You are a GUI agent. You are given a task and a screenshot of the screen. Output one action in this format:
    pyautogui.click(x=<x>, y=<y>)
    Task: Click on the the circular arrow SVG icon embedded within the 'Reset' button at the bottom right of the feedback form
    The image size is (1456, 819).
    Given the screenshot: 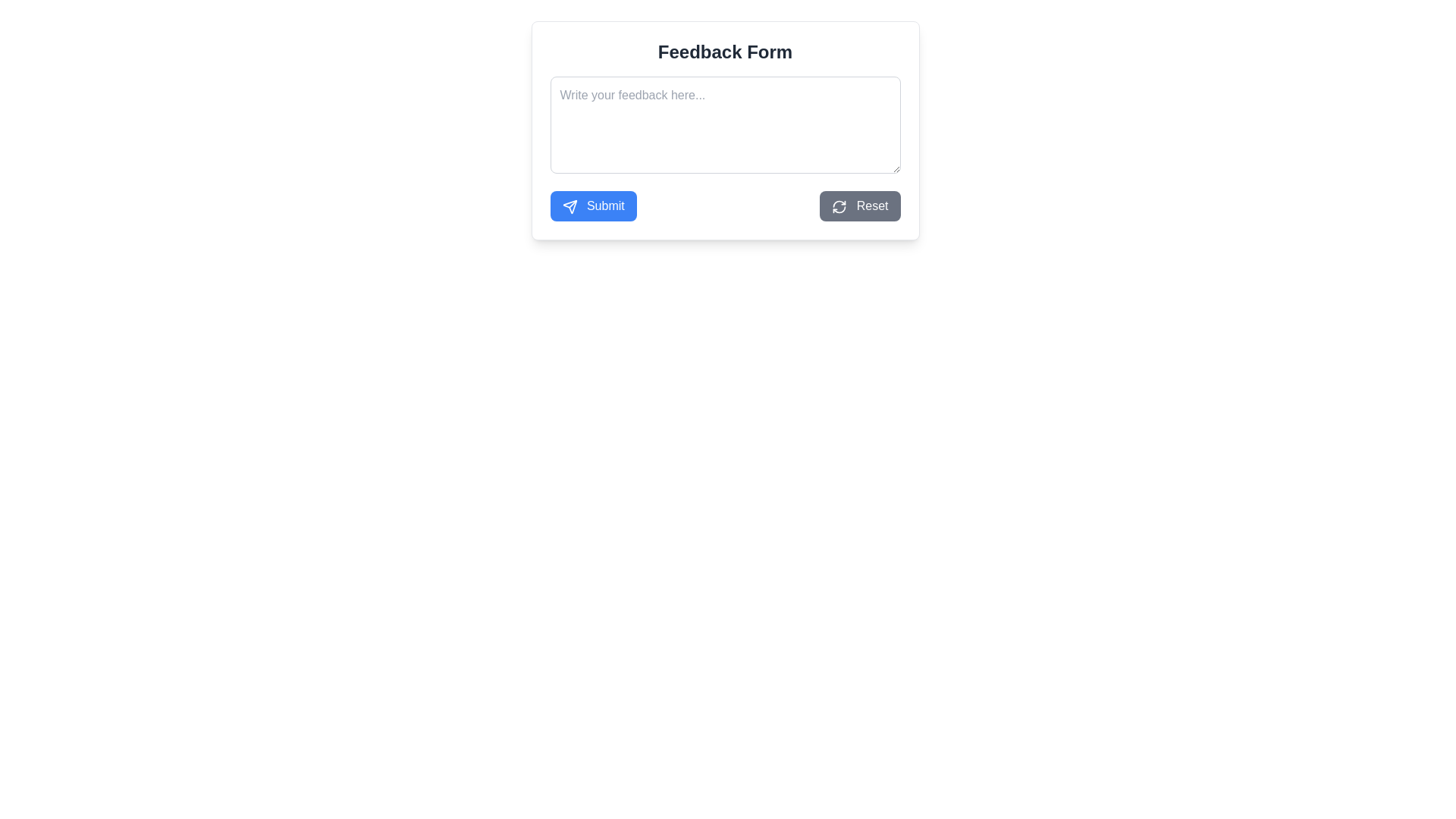 What is the action you would take?
    pyautogui.click(x=839, y=206)
    